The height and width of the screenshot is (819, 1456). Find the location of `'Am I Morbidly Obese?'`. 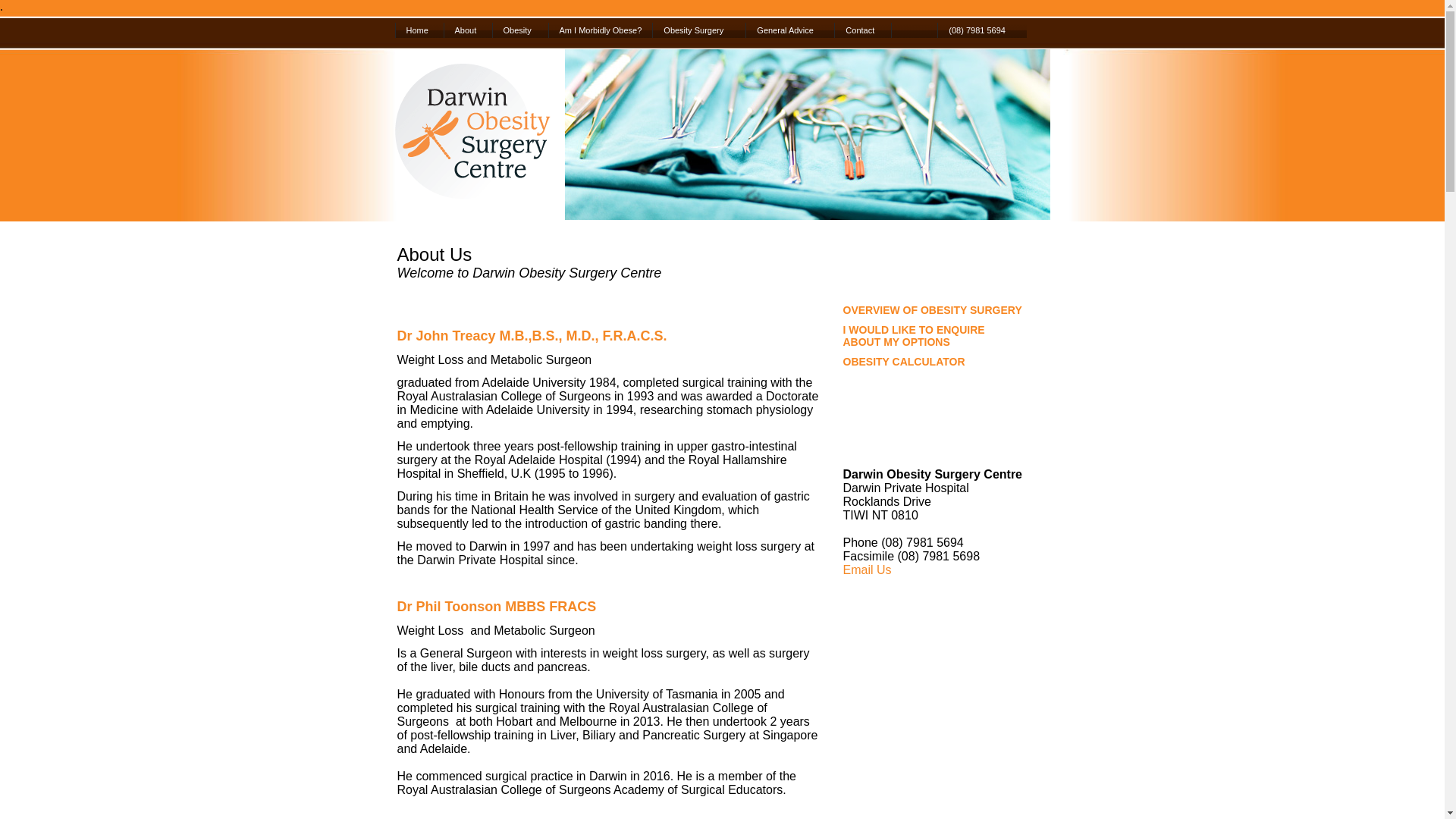

'Am I Morbidly Obese?' is located at coordinates (546, 30).